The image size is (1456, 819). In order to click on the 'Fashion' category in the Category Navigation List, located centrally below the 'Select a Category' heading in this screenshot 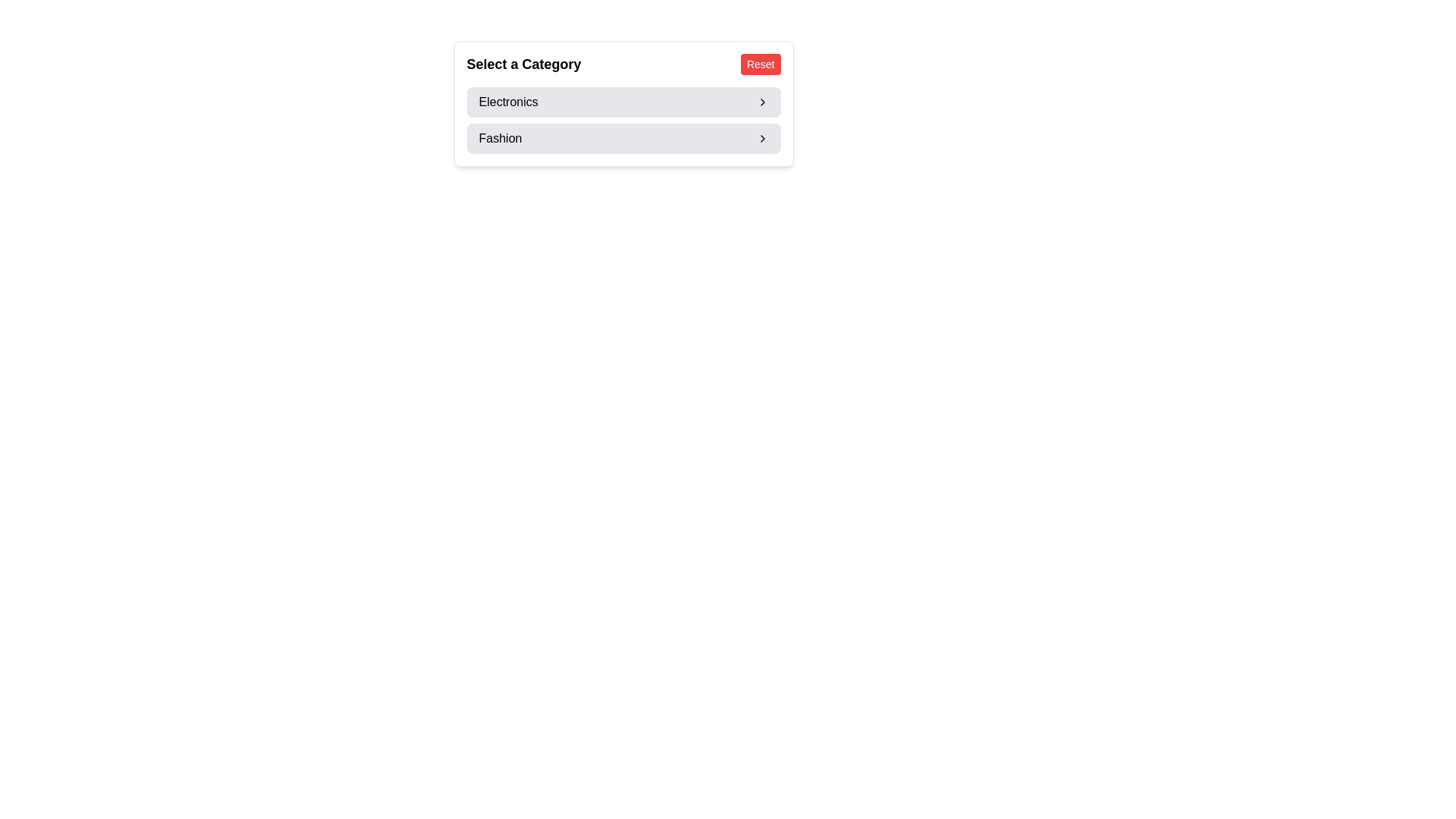, I will do `click(623, 119)`.